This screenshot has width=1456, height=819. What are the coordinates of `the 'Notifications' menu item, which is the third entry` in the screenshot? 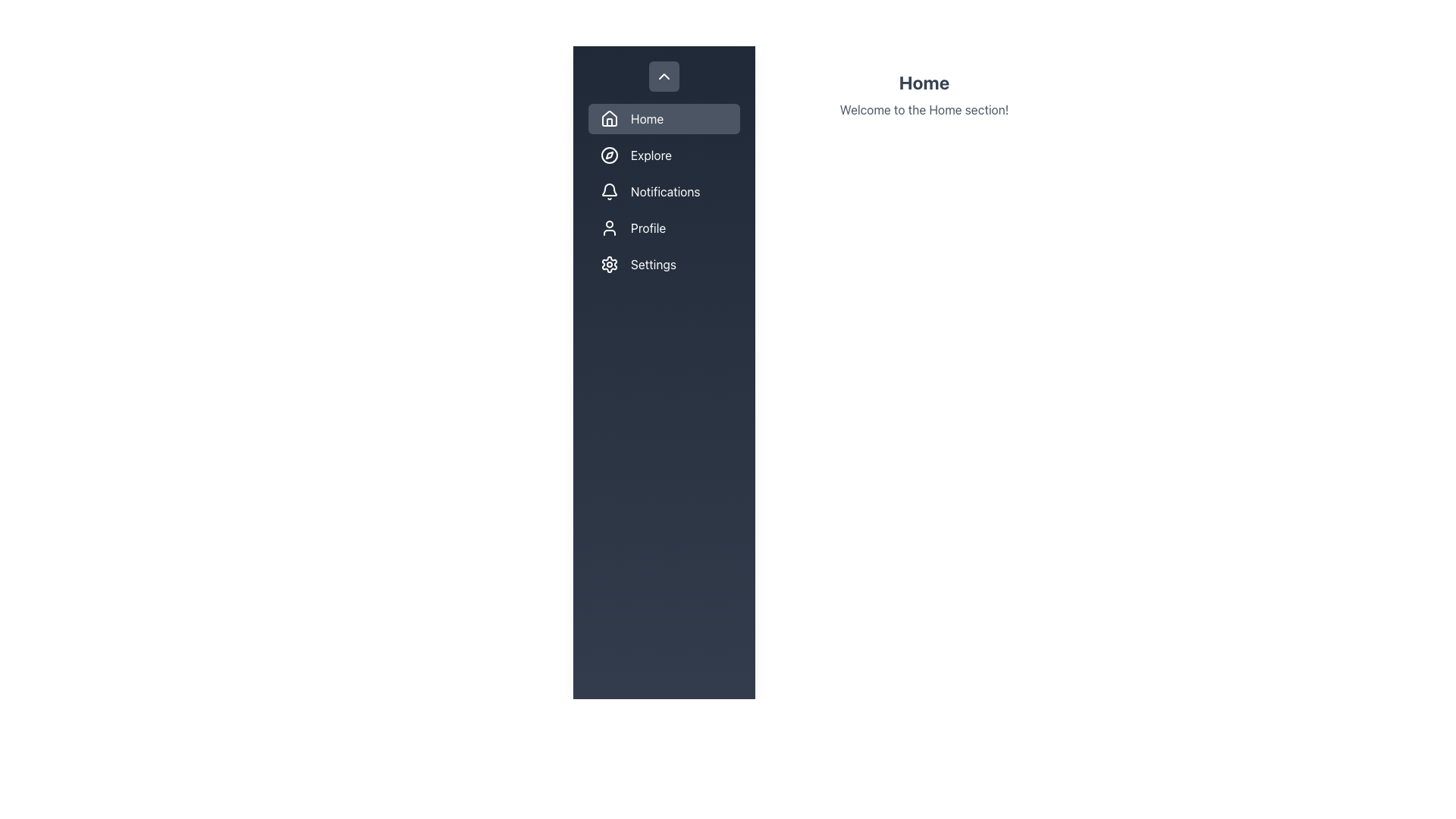 It's located at (664, 191).